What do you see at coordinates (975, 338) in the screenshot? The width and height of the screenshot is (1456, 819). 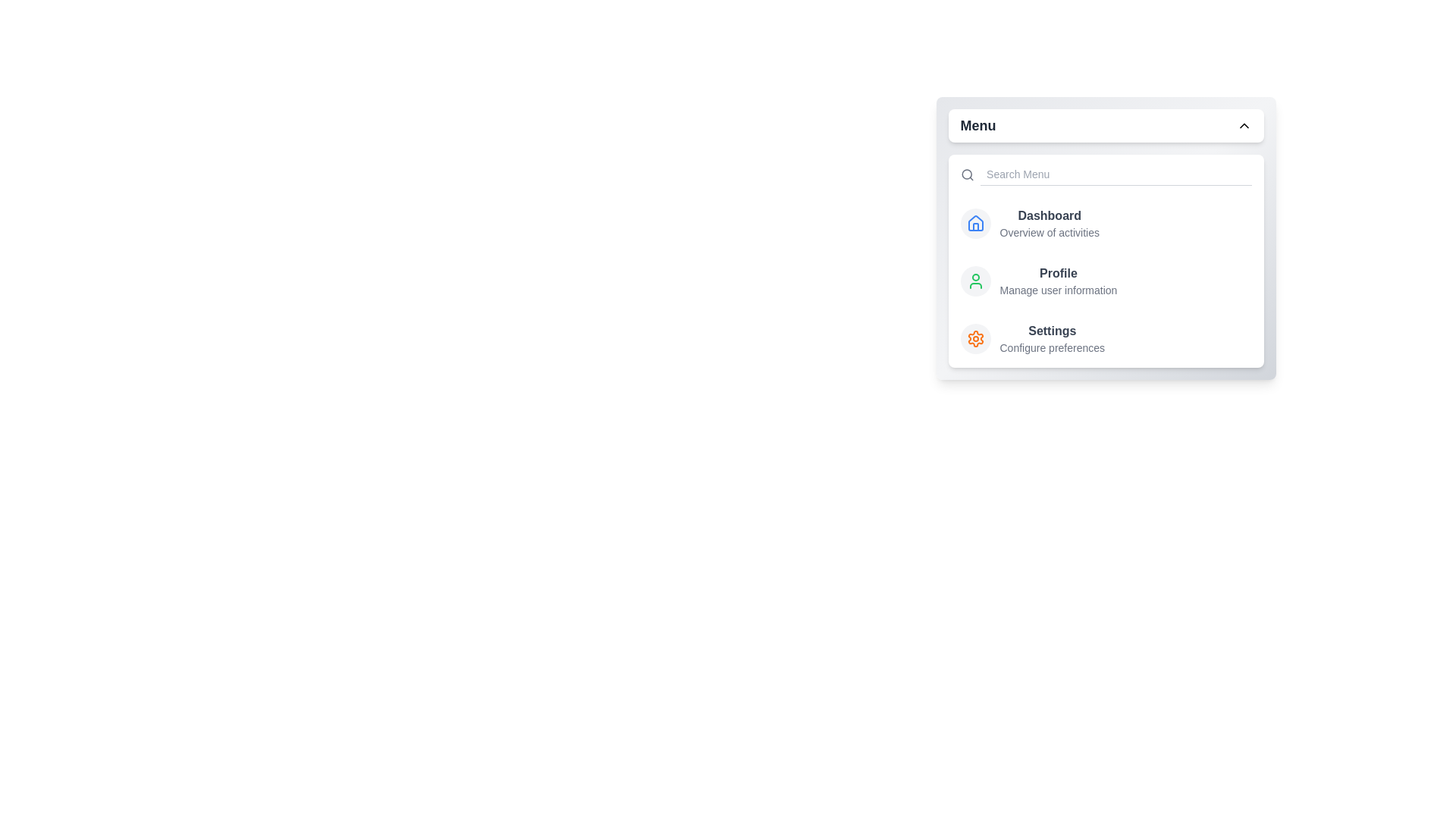 I see `the menu item labeled 'Settings' to view its hover effect` at bounding box center [975, 338].